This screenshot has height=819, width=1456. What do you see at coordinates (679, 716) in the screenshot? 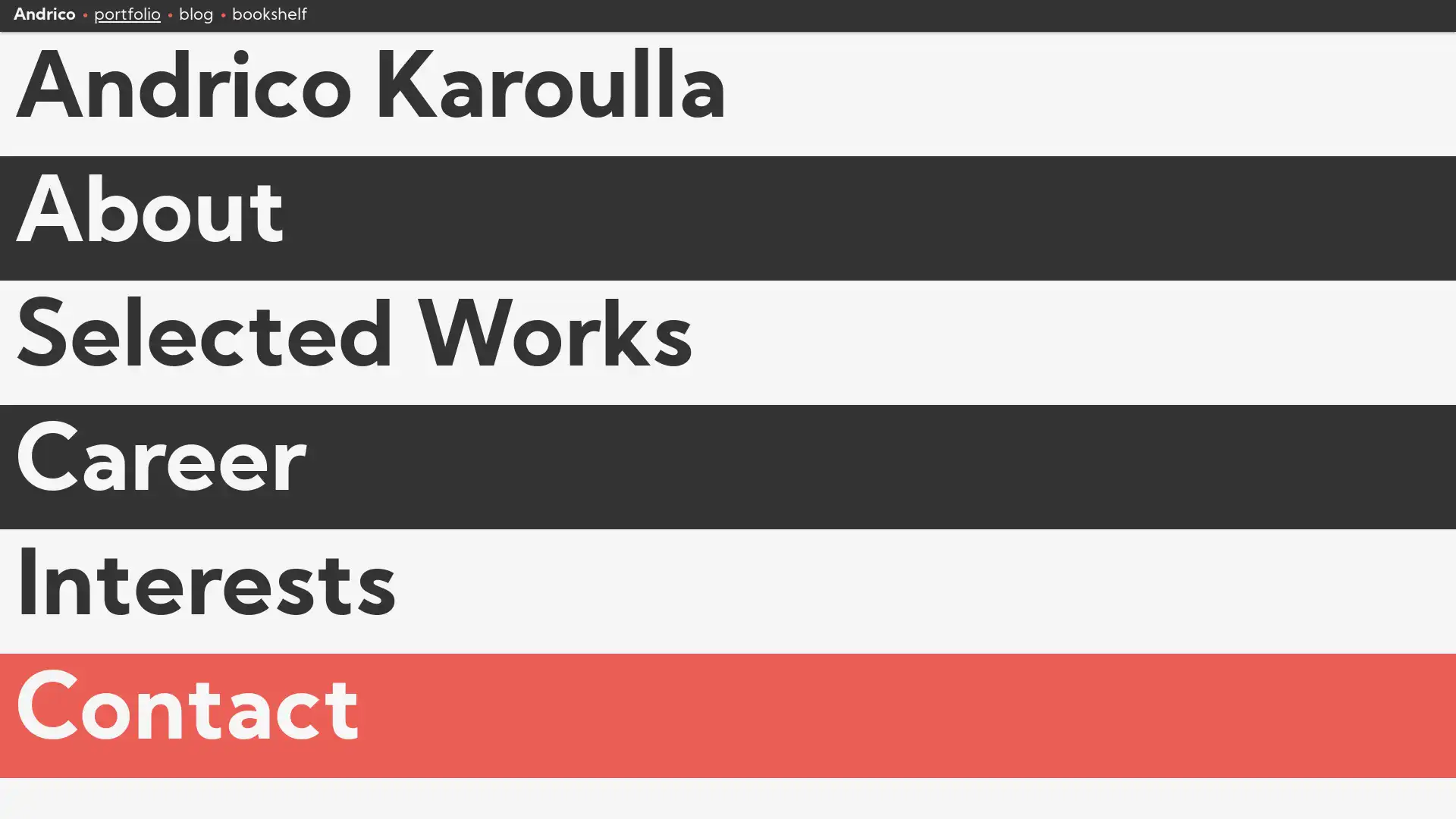
I see `Contact` at bounding box center [679, 716].